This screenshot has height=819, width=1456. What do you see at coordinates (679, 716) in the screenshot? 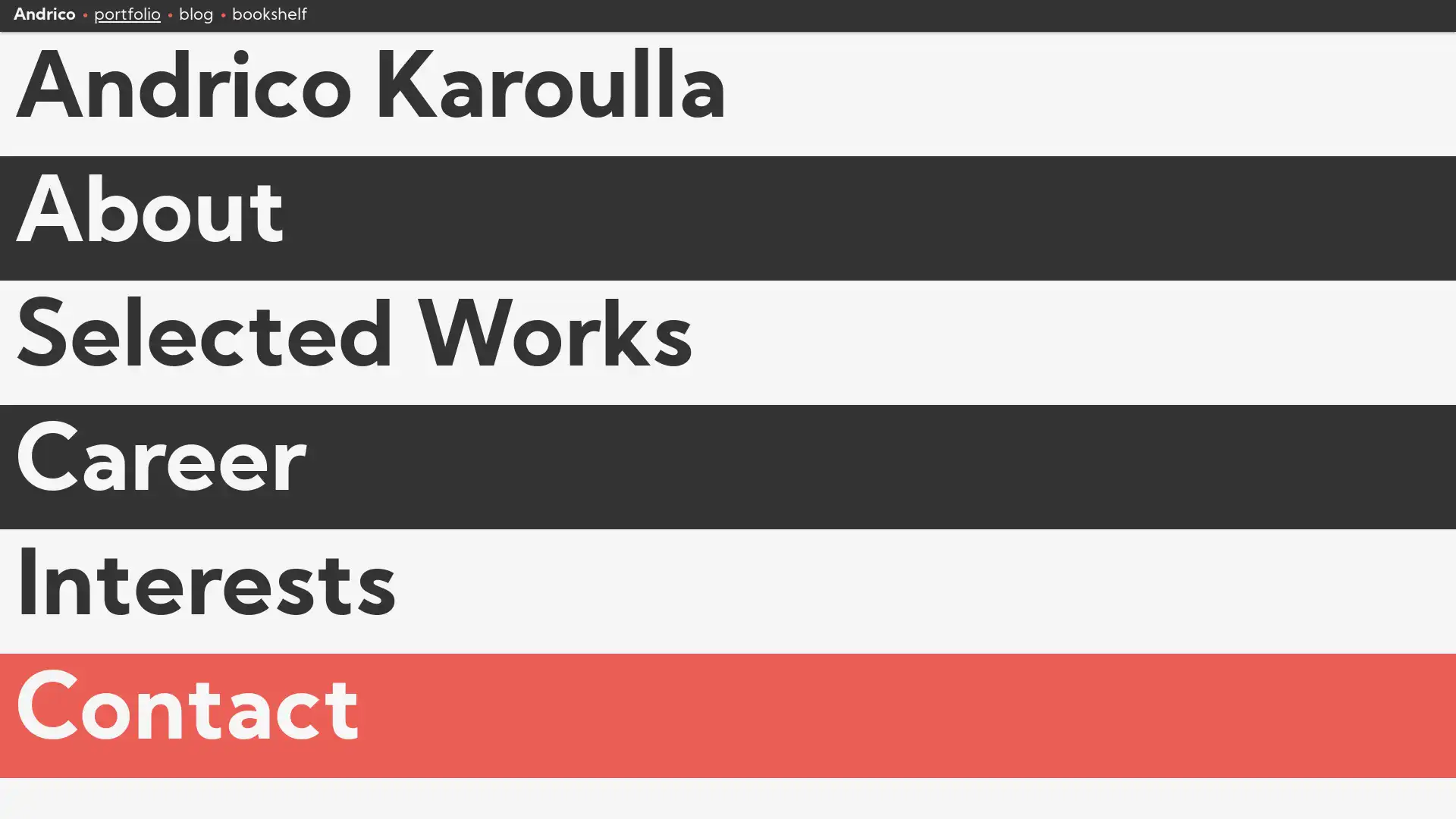
I see `Contact` at bounding box center [679, 716].